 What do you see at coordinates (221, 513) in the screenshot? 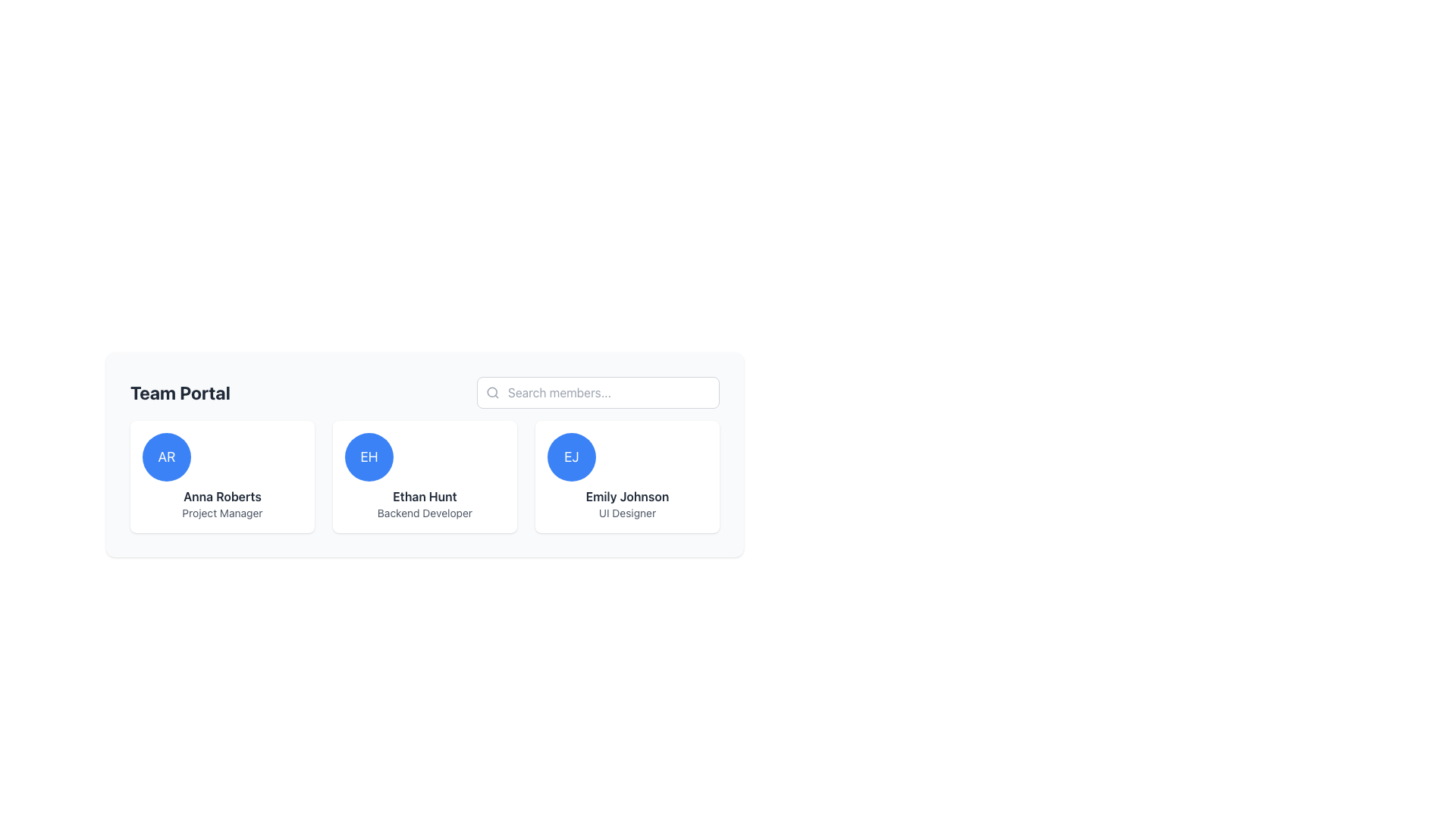
I see `the static text label that signifies the job title of 'Anna Roberts' located at the bottom of the user card interface` at bounding box center [221, 513].